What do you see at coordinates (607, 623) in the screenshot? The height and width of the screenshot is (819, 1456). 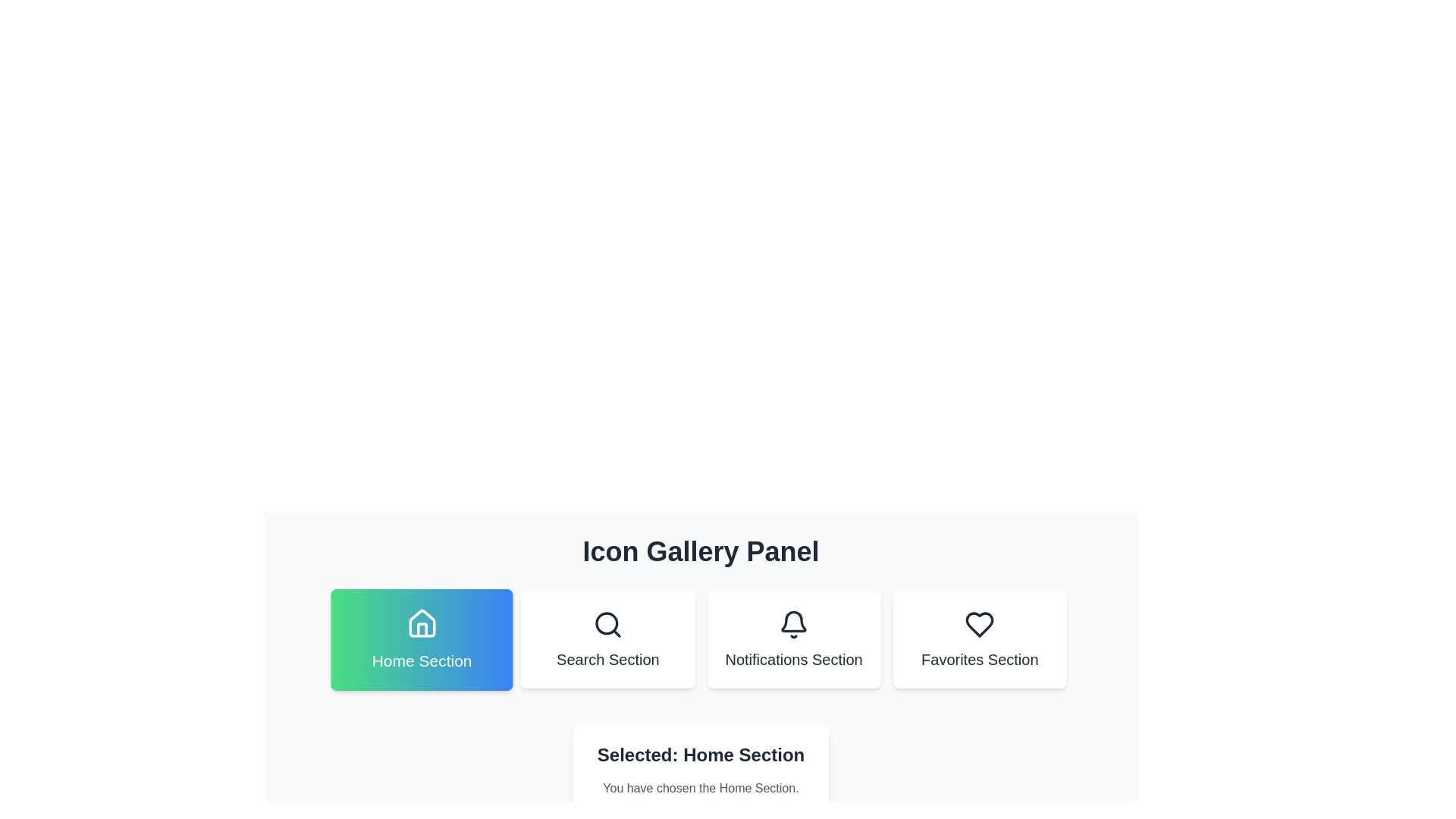 I see `the circular icon within the magnifying glass located in the Search Section of the interface` at bounding box center [607, 623].